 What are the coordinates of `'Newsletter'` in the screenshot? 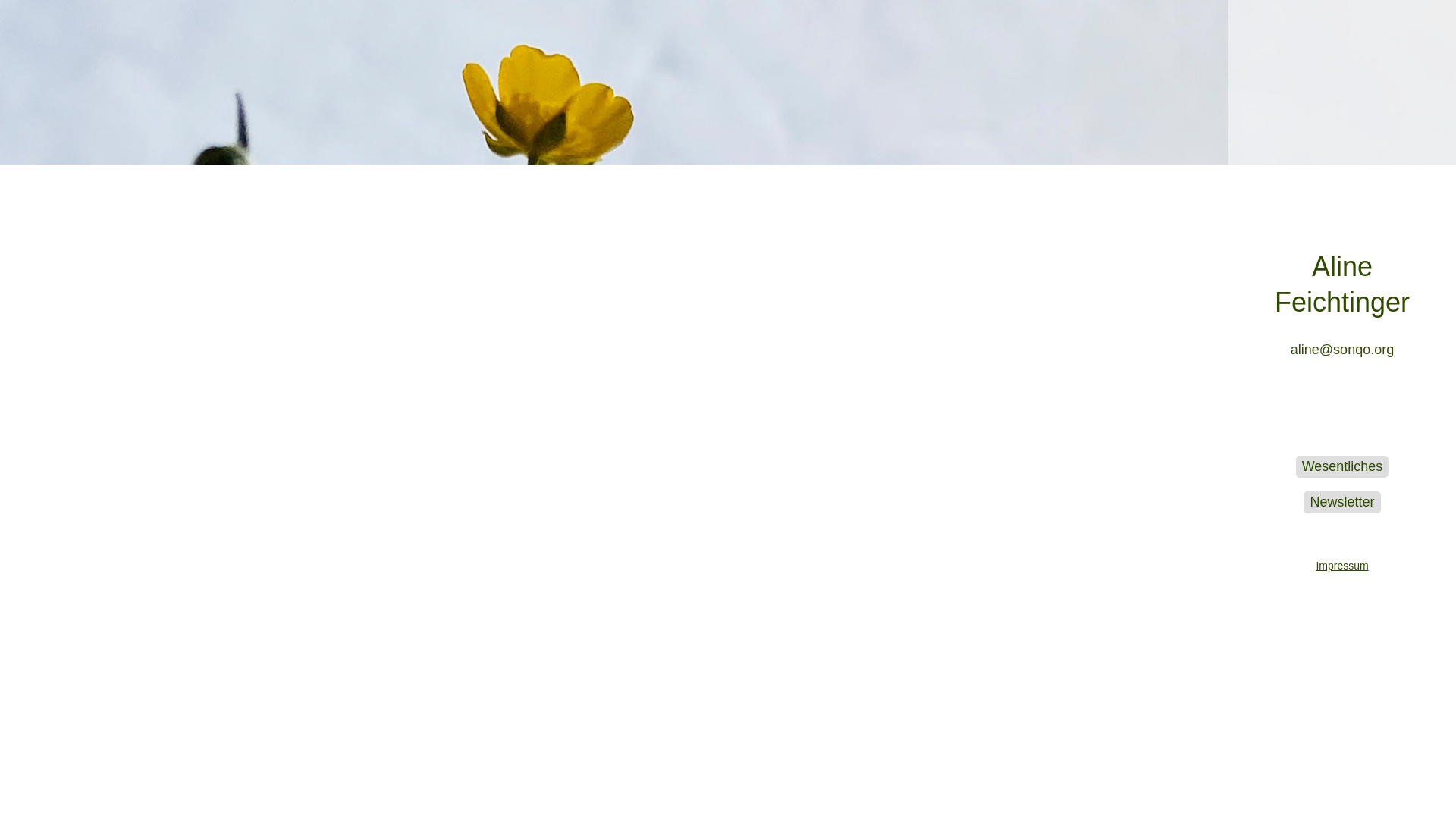 It's located at (1341, 502).